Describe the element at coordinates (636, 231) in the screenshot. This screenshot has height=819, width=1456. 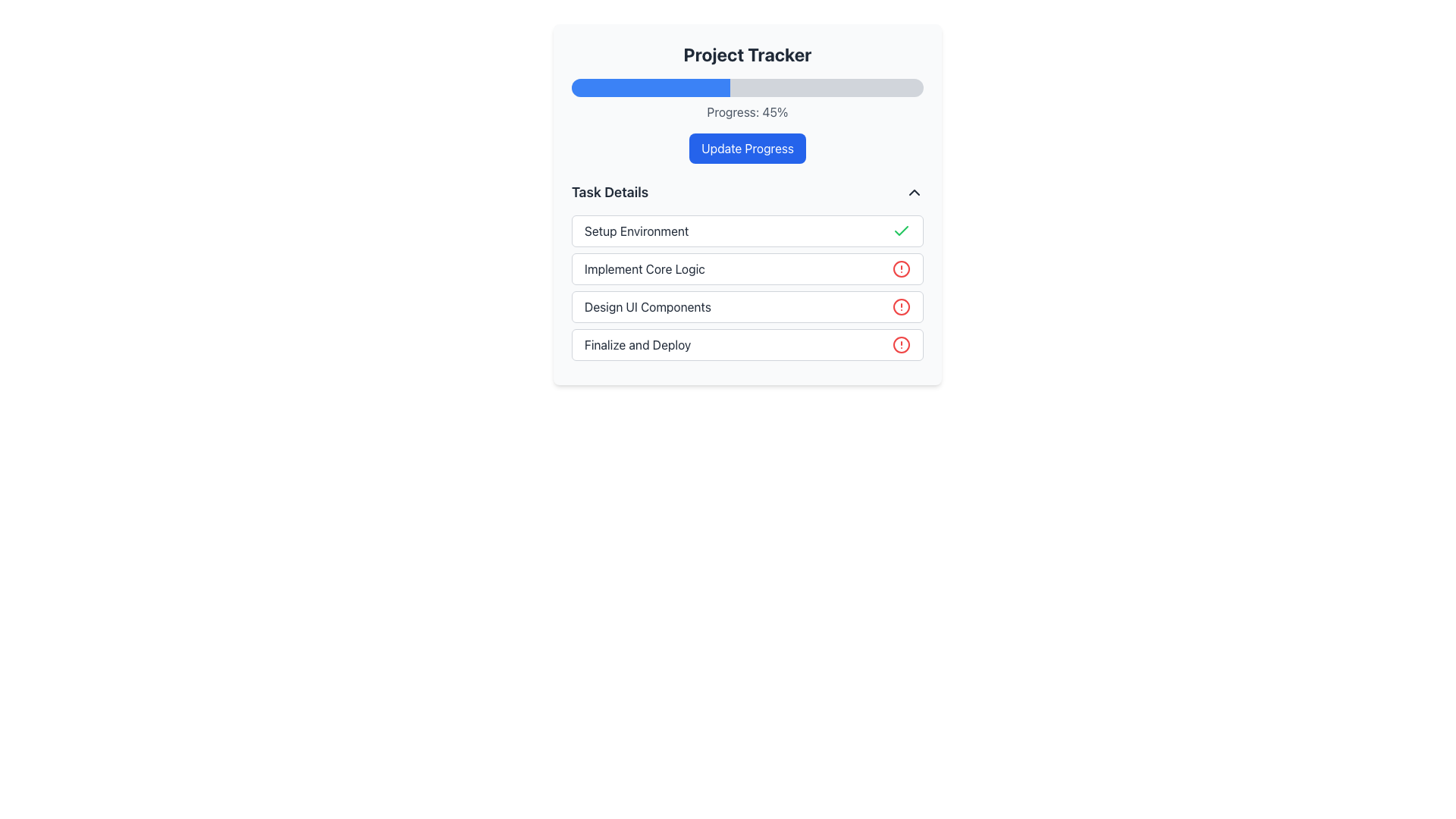
I see `the text label that displays 'Setup Environment' in dark gray, located in the first row of the task list under 'Task Details'` at that location.